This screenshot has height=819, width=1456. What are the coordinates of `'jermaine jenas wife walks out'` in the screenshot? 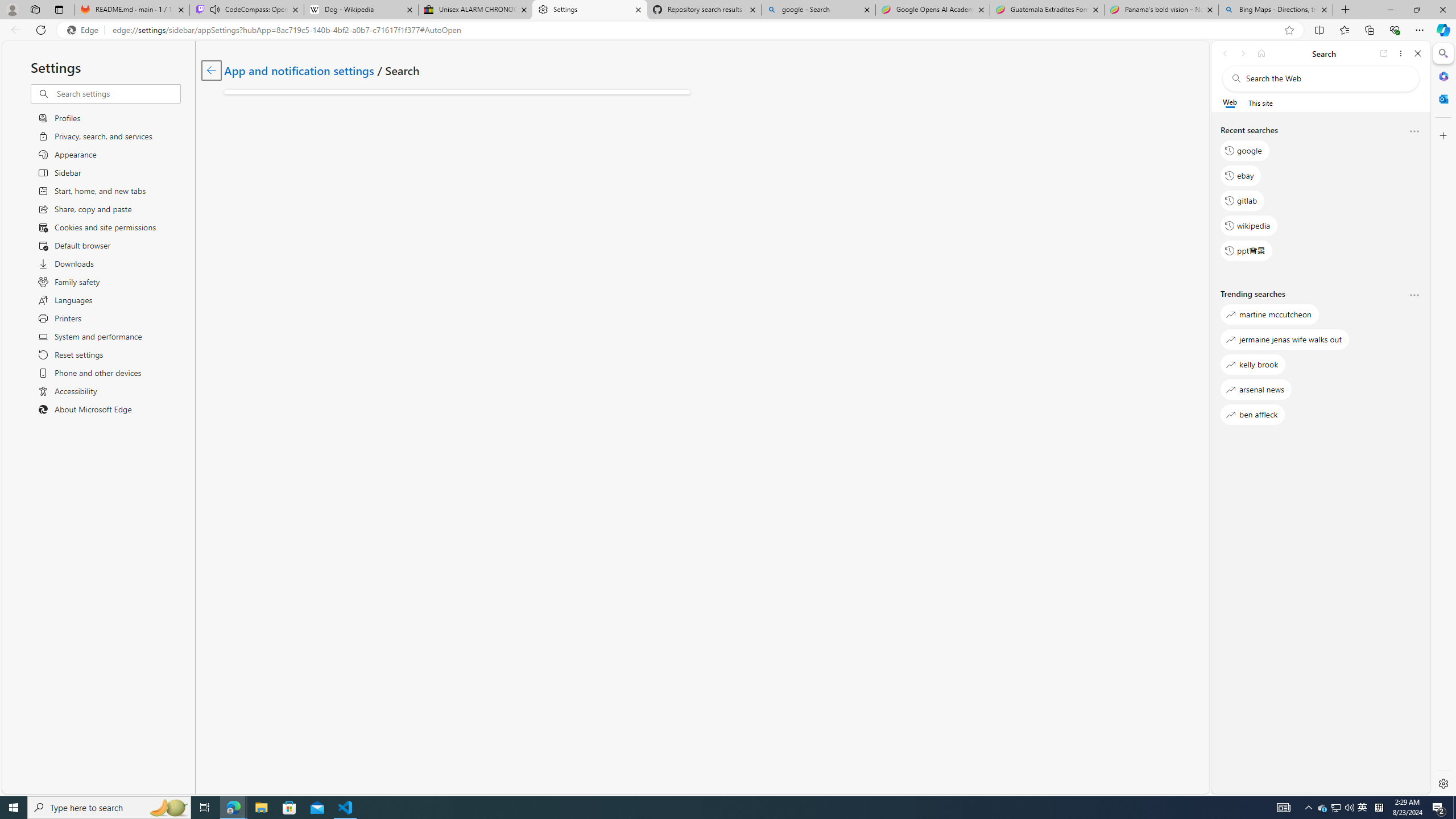 It's located at (1284, 338).